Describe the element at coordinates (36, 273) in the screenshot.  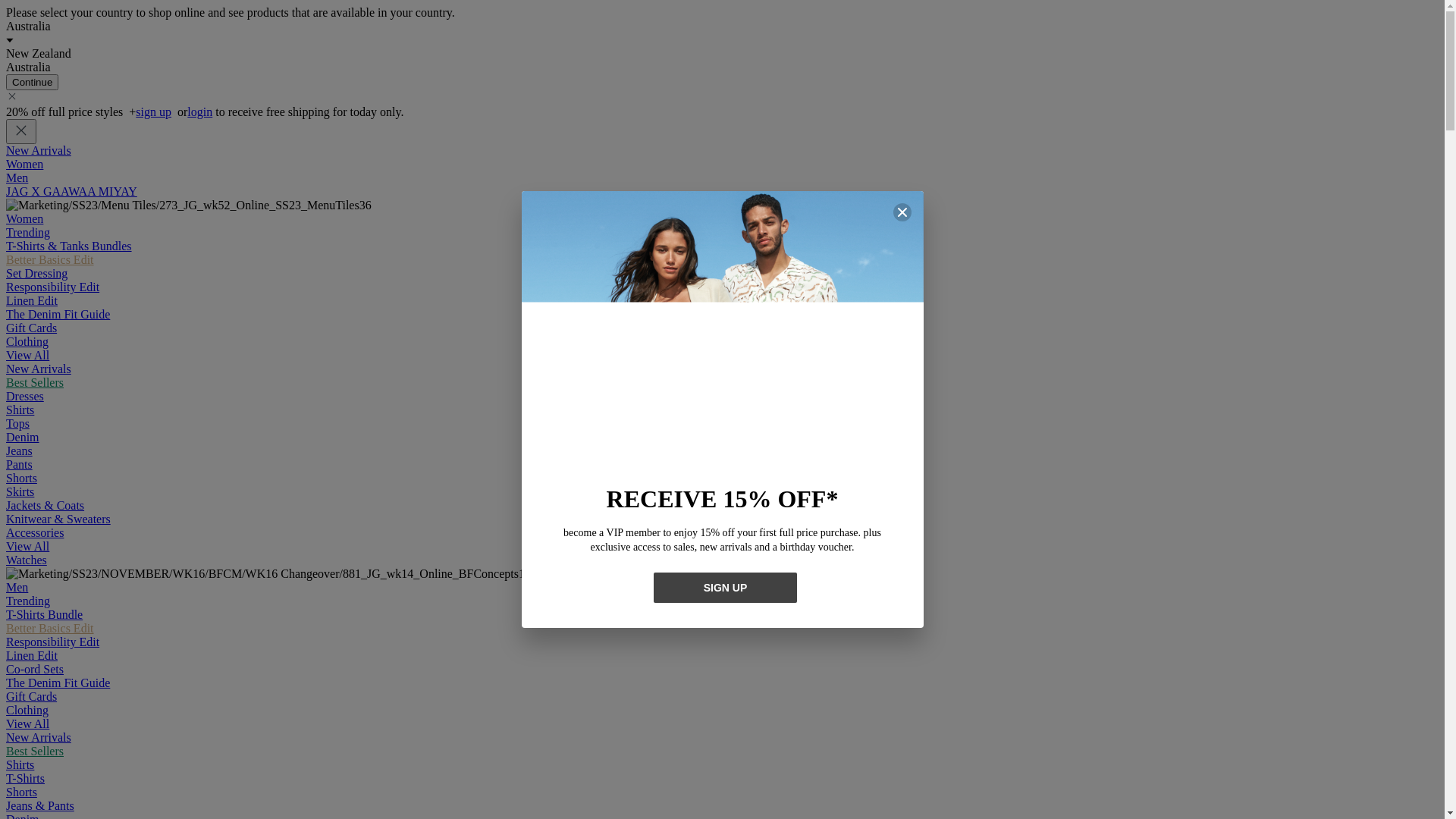
I see `'Set Dressing'` at that location.